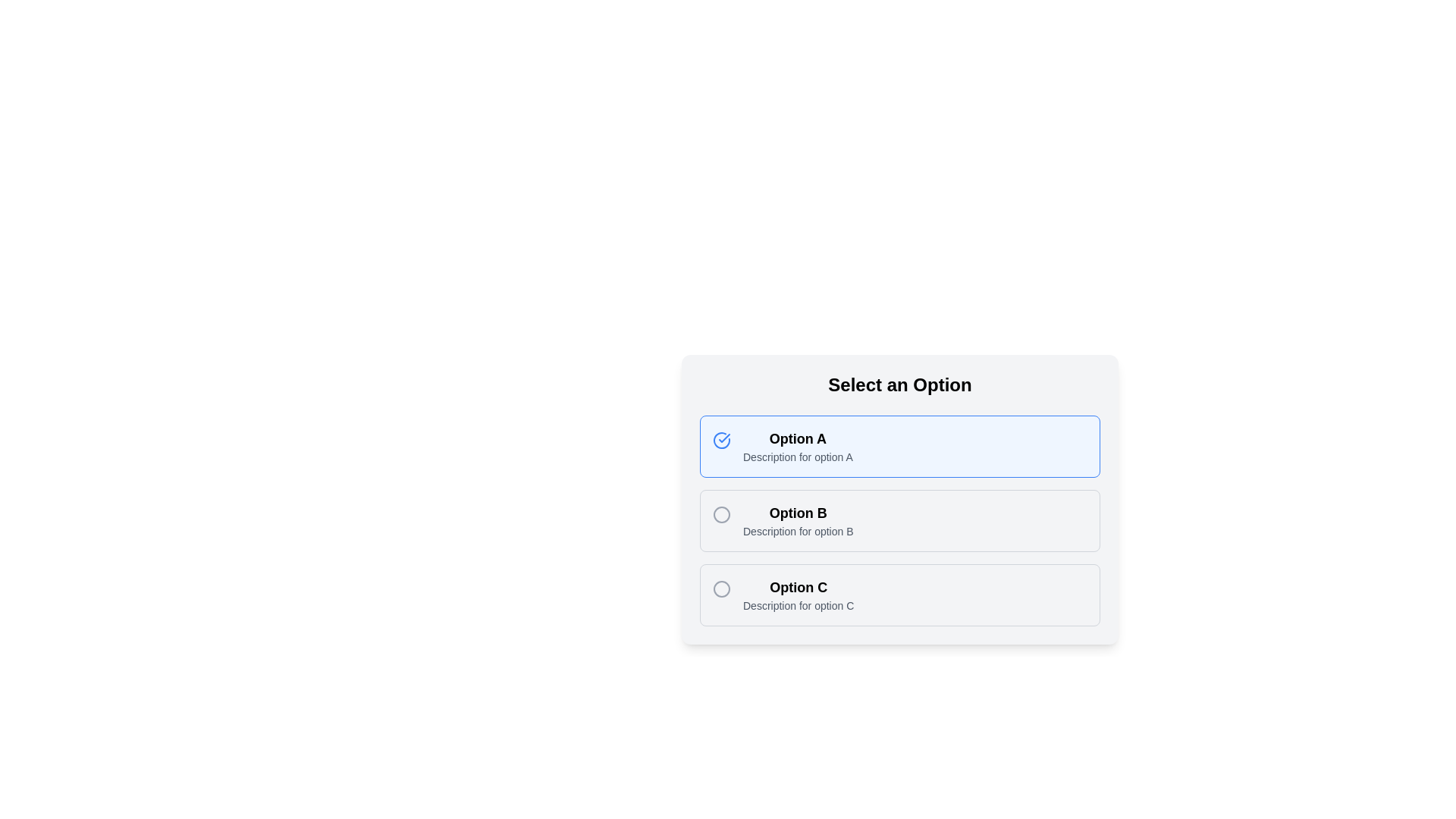 The image size is (1456, 819). What do you see at coordinates (720, 513) in the screenshot?
I see `the circular radio button indicator to the left of the label 'Option B'` at bounding box center [720, 513].